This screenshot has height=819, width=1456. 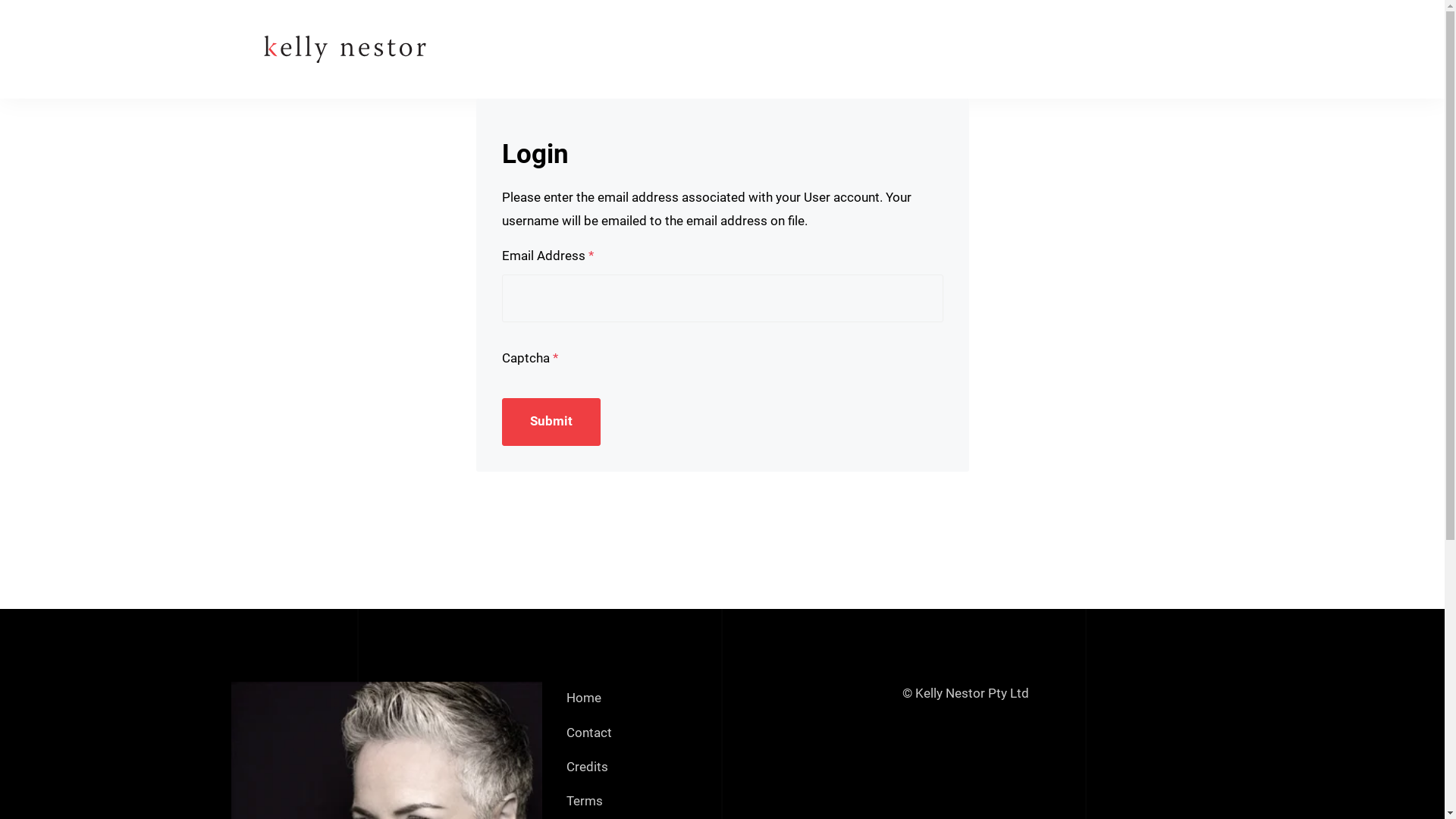 I want to click on 'Kelly Nestor - Presenter and Teacher', so click(x=229, y=48).